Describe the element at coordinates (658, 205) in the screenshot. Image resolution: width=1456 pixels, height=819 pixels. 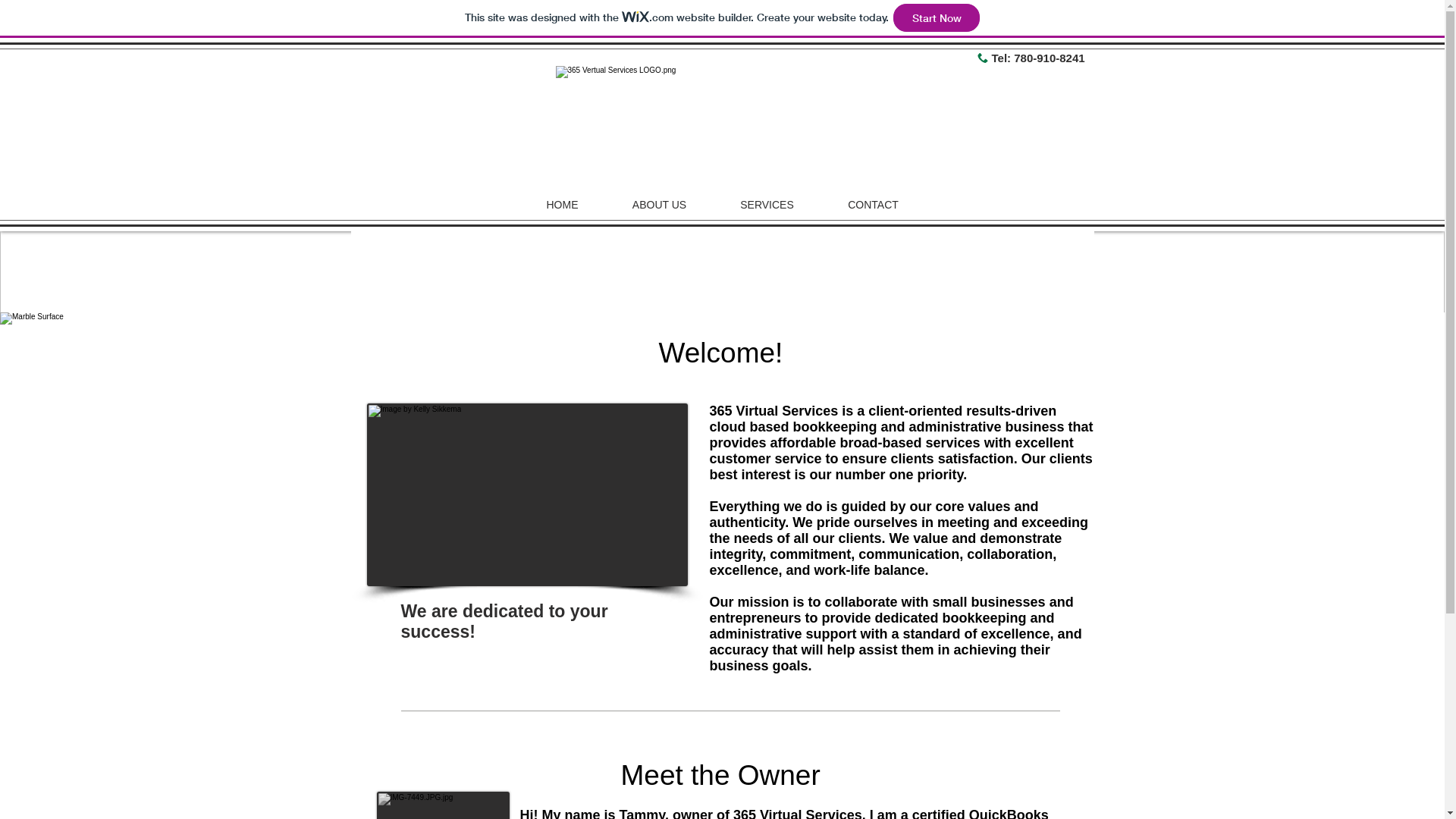
I see `'ABOUT US'` at that location.